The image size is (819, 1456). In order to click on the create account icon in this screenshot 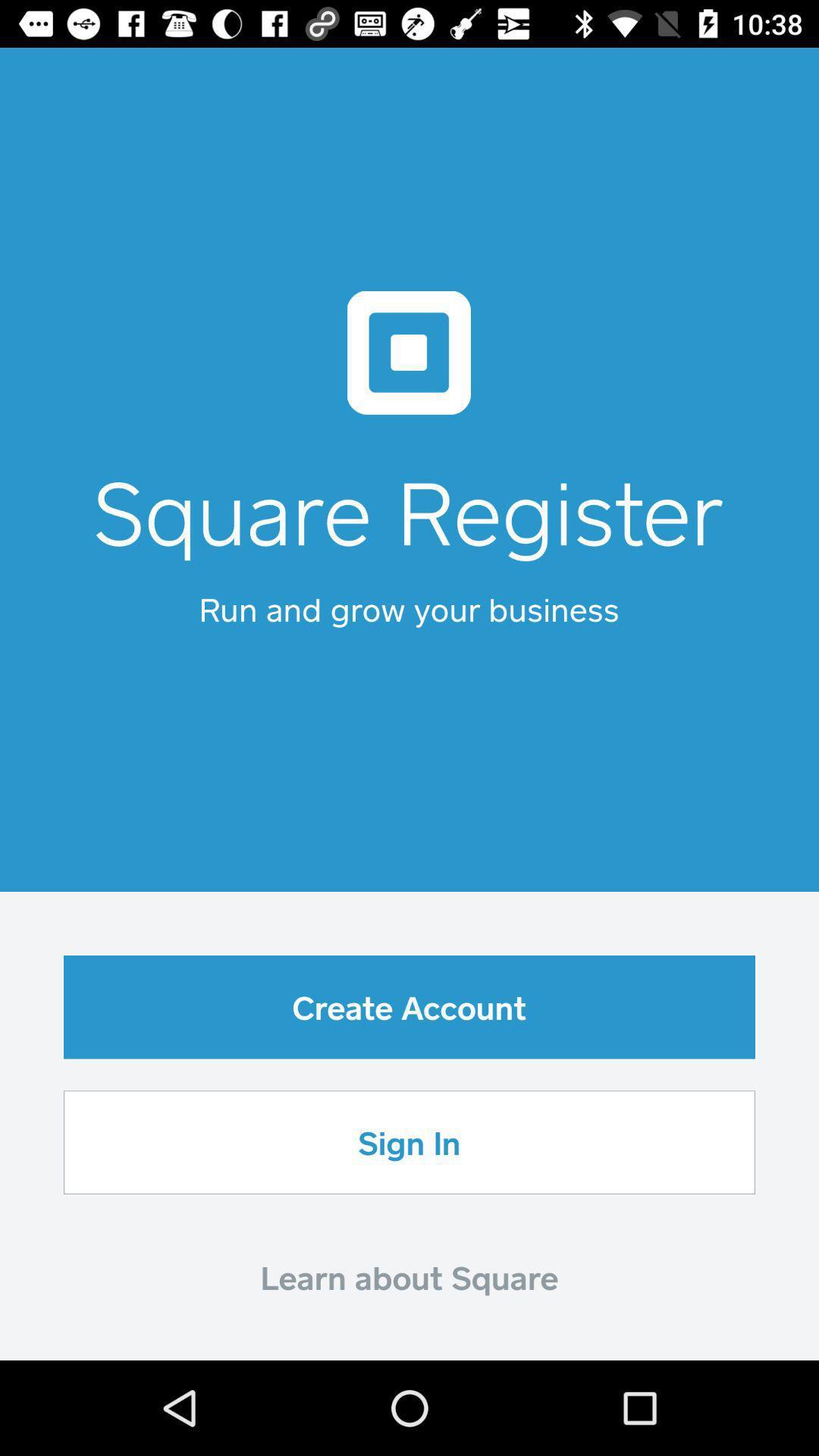, I will do `click(409, 1007)`.